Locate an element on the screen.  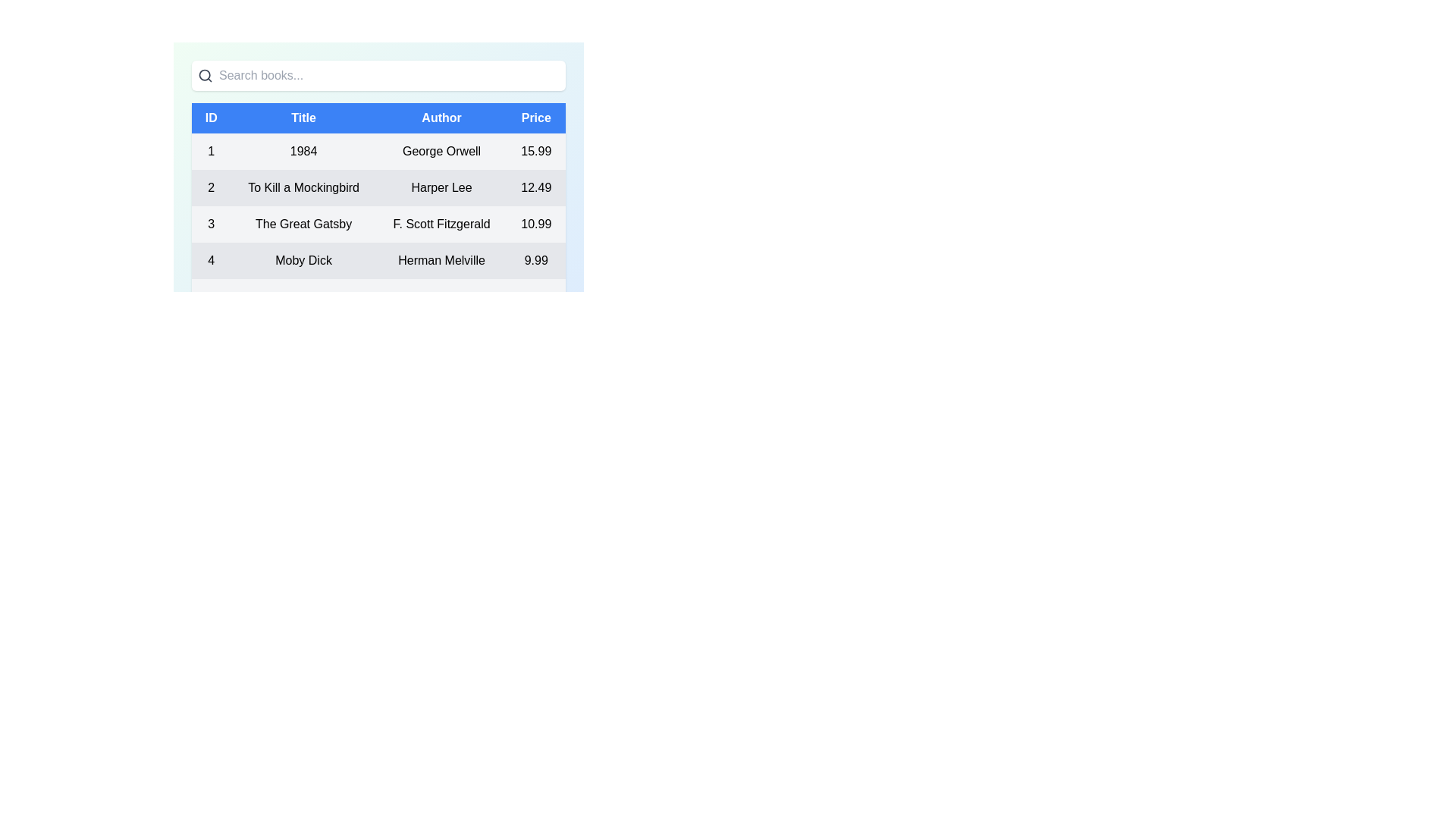
the price label displaying '9.99' in the last column of the fourth row, which is aligned with the book information 'Moby Dick' and 'Herman Melville' is located at coordinates (536, 259).